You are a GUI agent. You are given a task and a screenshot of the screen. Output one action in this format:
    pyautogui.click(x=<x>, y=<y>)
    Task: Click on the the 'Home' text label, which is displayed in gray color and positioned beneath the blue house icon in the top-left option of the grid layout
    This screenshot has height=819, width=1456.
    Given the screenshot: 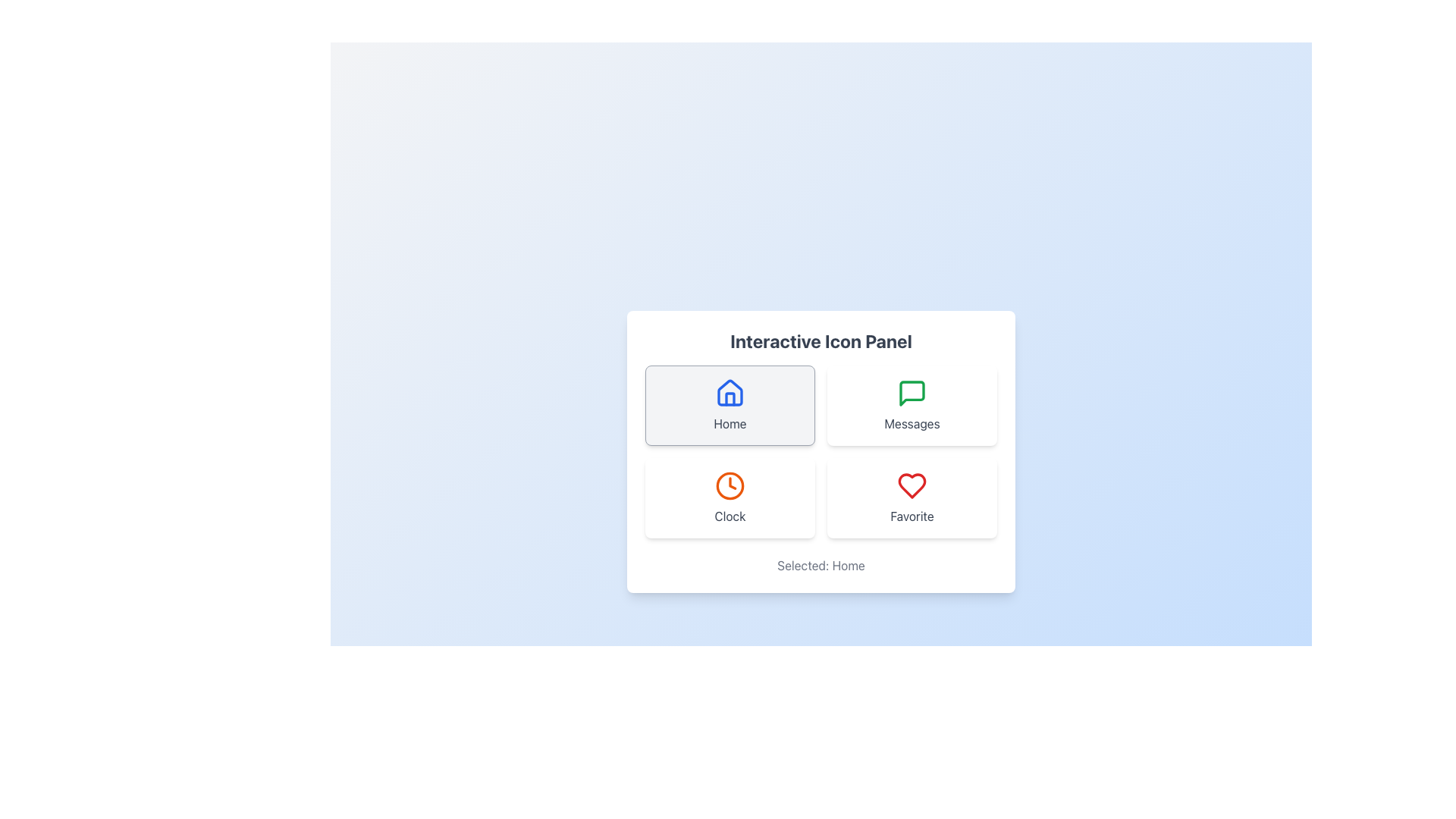 What is the action you would take?
    pyautogui.click(x=730, y=424)
    